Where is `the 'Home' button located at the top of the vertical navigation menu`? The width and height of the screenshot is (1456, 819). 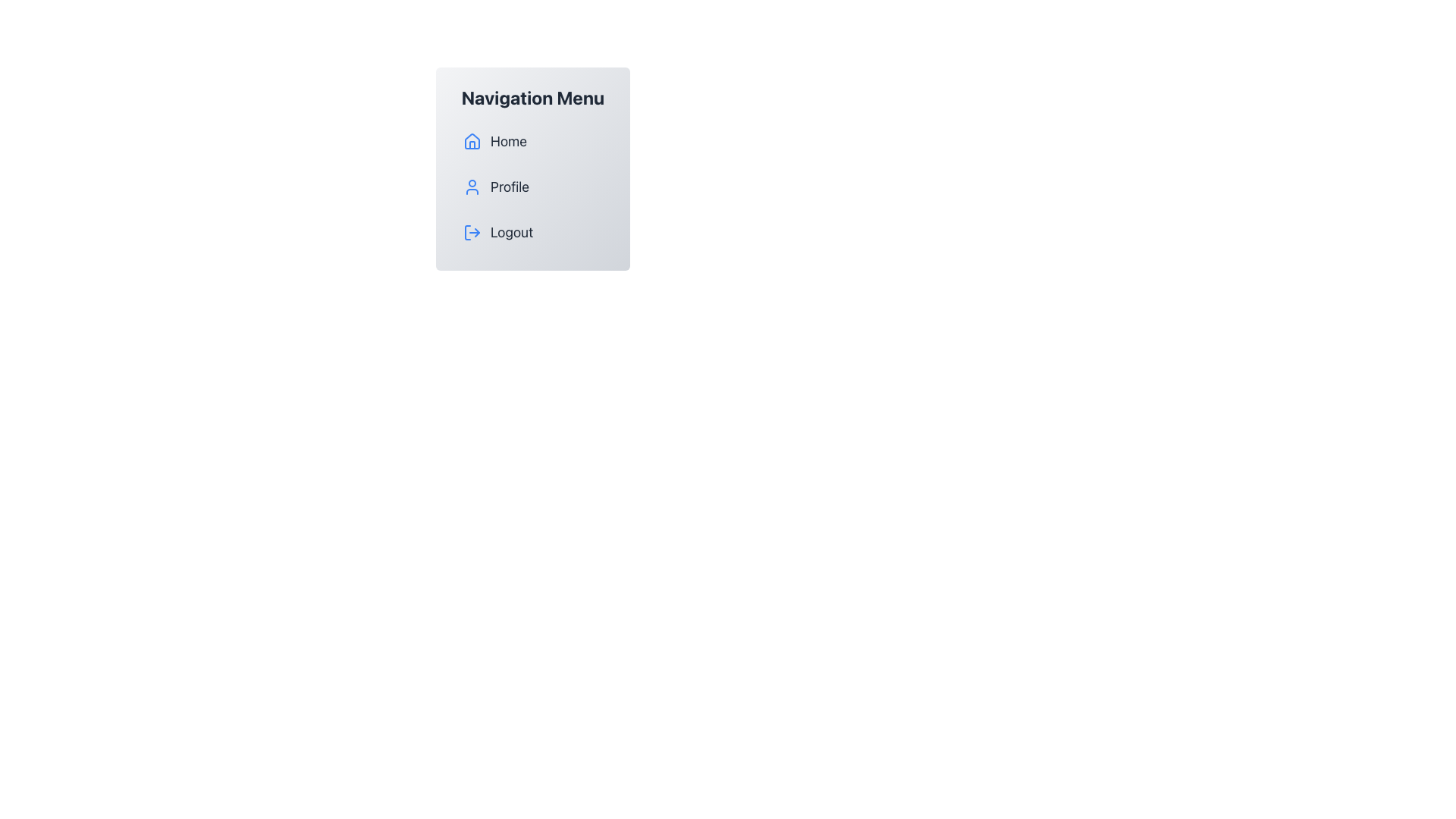 the 'Home' button located at the top of the vertical navigation menu is located at coordinates (532, 141).